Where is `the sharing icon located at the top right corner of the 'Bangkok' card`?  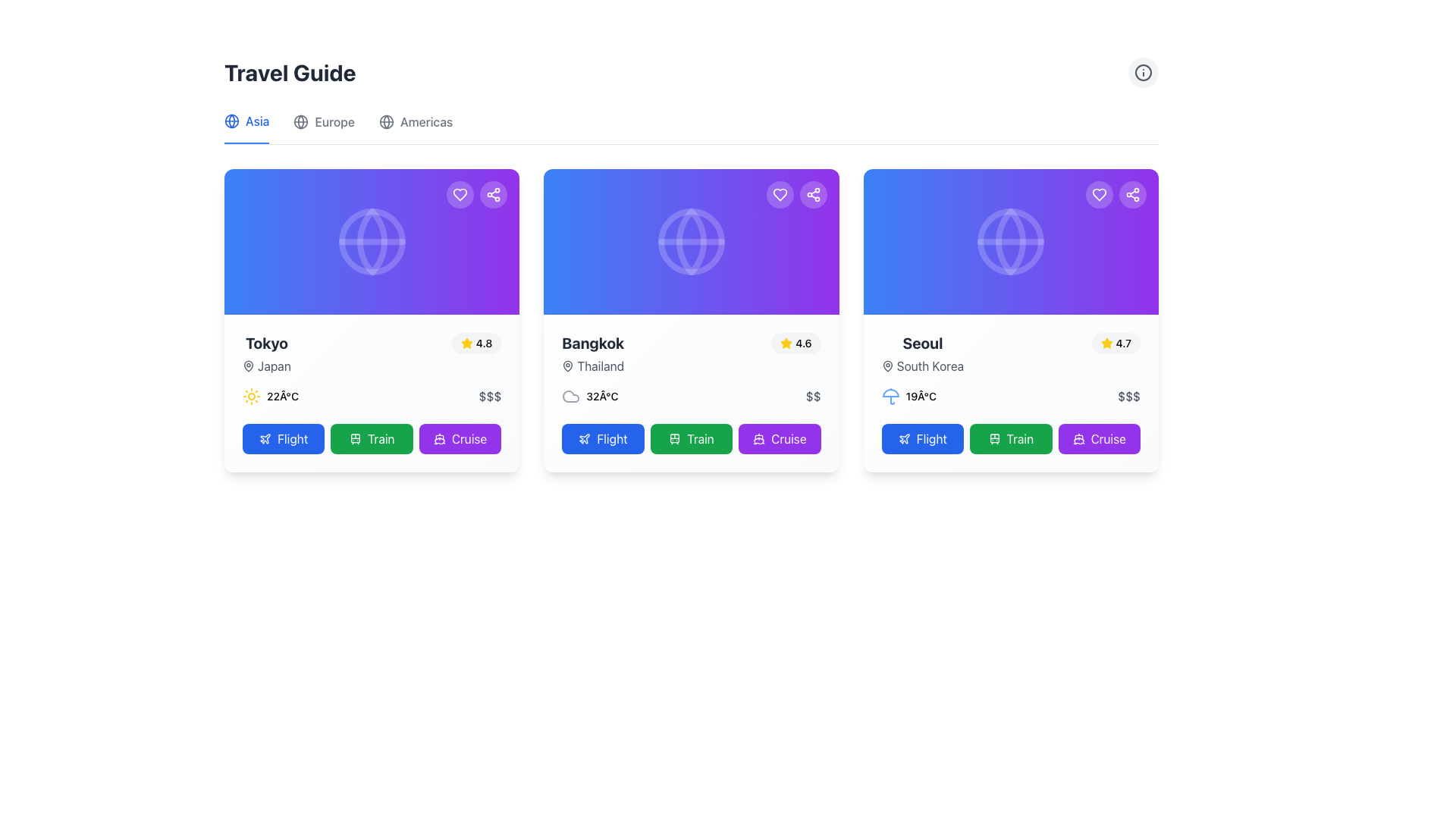
the sharing icon located at the top right corner of the 'Bangkok' card is located at coordinates (812, 194).